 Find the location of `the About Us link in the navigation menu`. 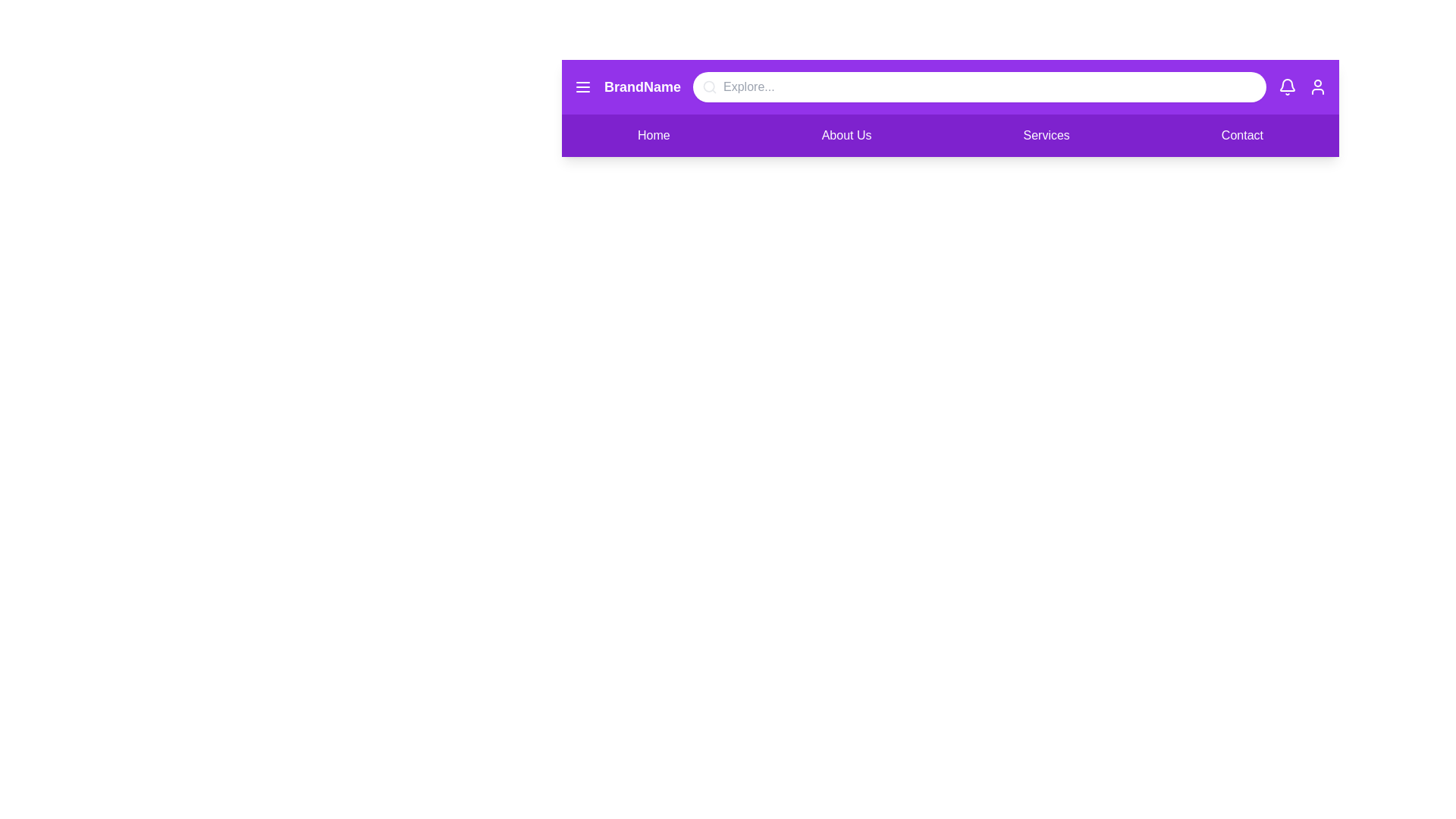

the About Us link in the navigation menu is located at coordinates (846, 134).